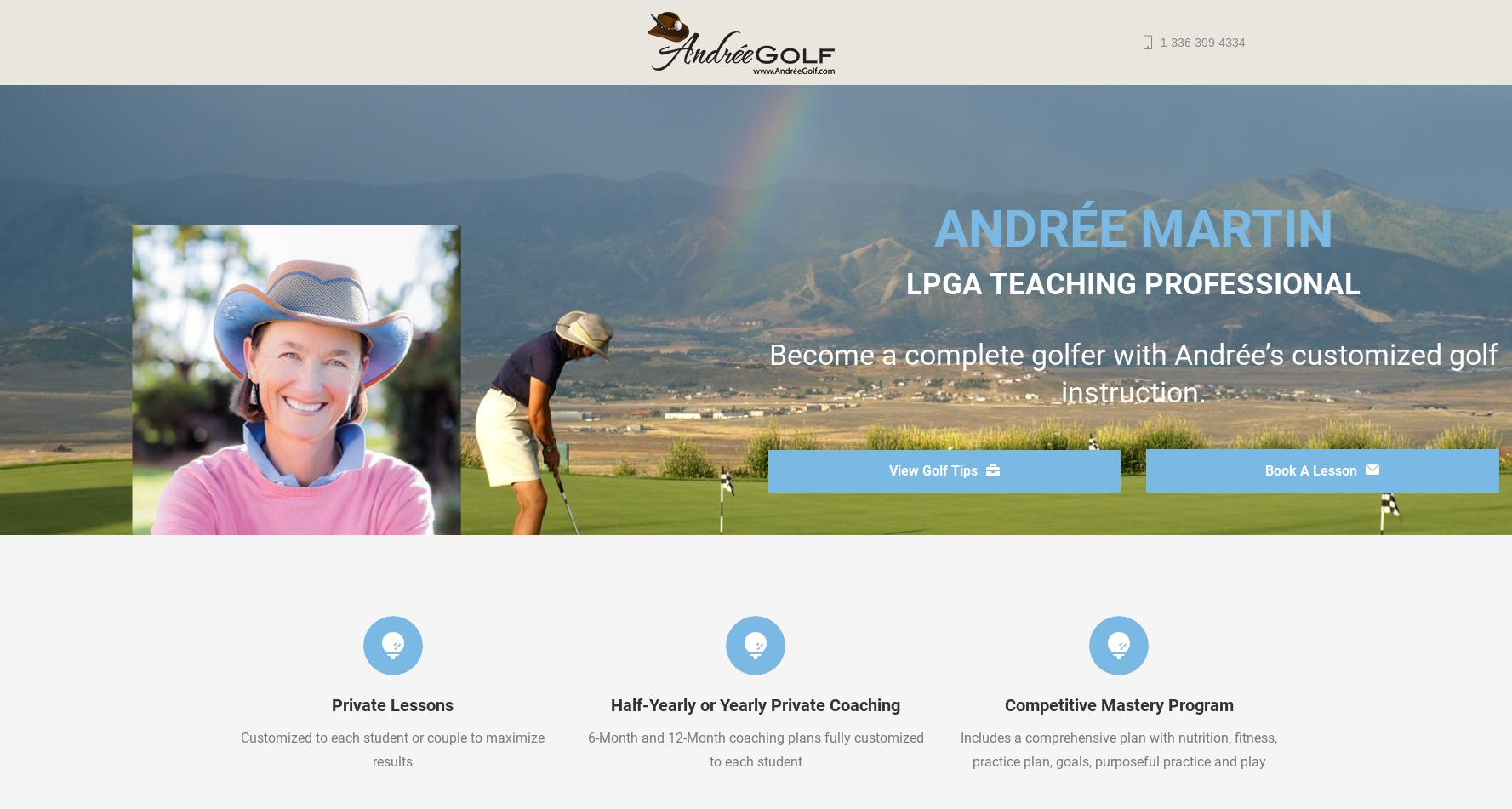  I want to click on 'Become a complete golfer with Andrée’s customized golf instruction.', so click(768, 373).